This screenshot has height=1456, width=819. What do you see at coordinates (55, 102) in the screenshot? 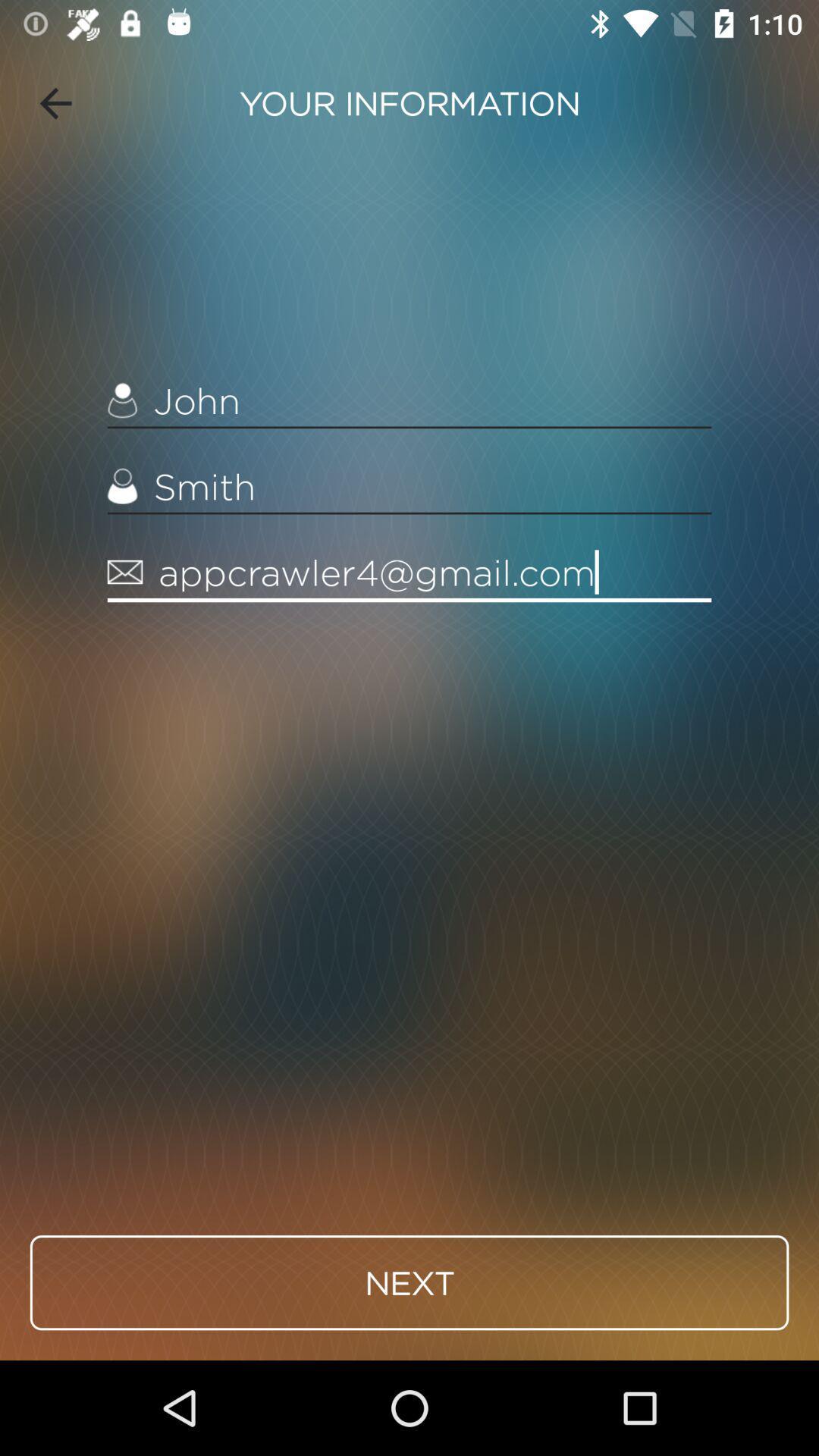
I see `icon to the left of your information` at bounding box center [55, 102].